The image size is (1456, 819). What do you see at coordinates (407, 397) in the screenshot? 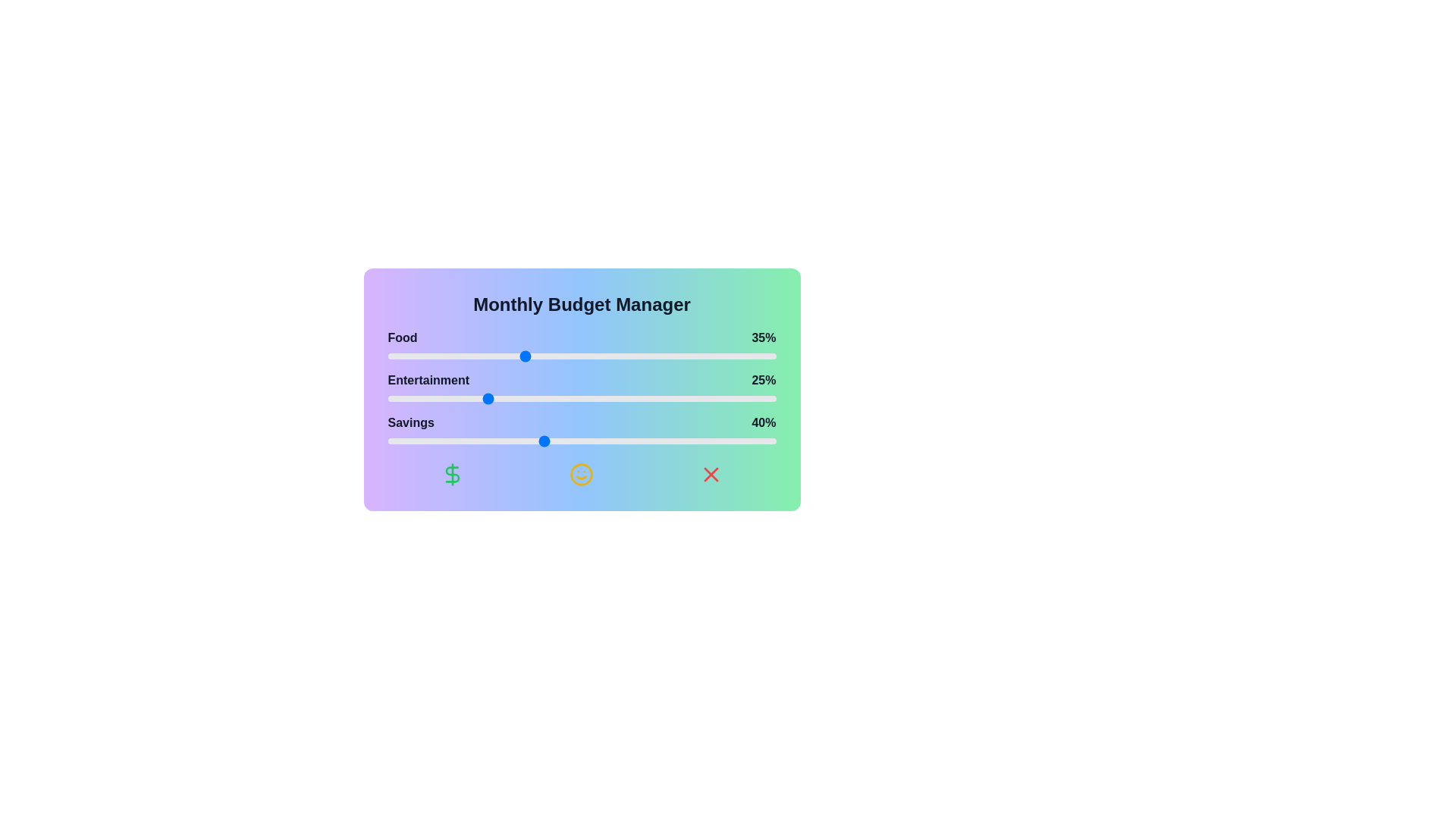
I see `the 'Entertainment' slider to 5%` at bounding box center [407, 397].